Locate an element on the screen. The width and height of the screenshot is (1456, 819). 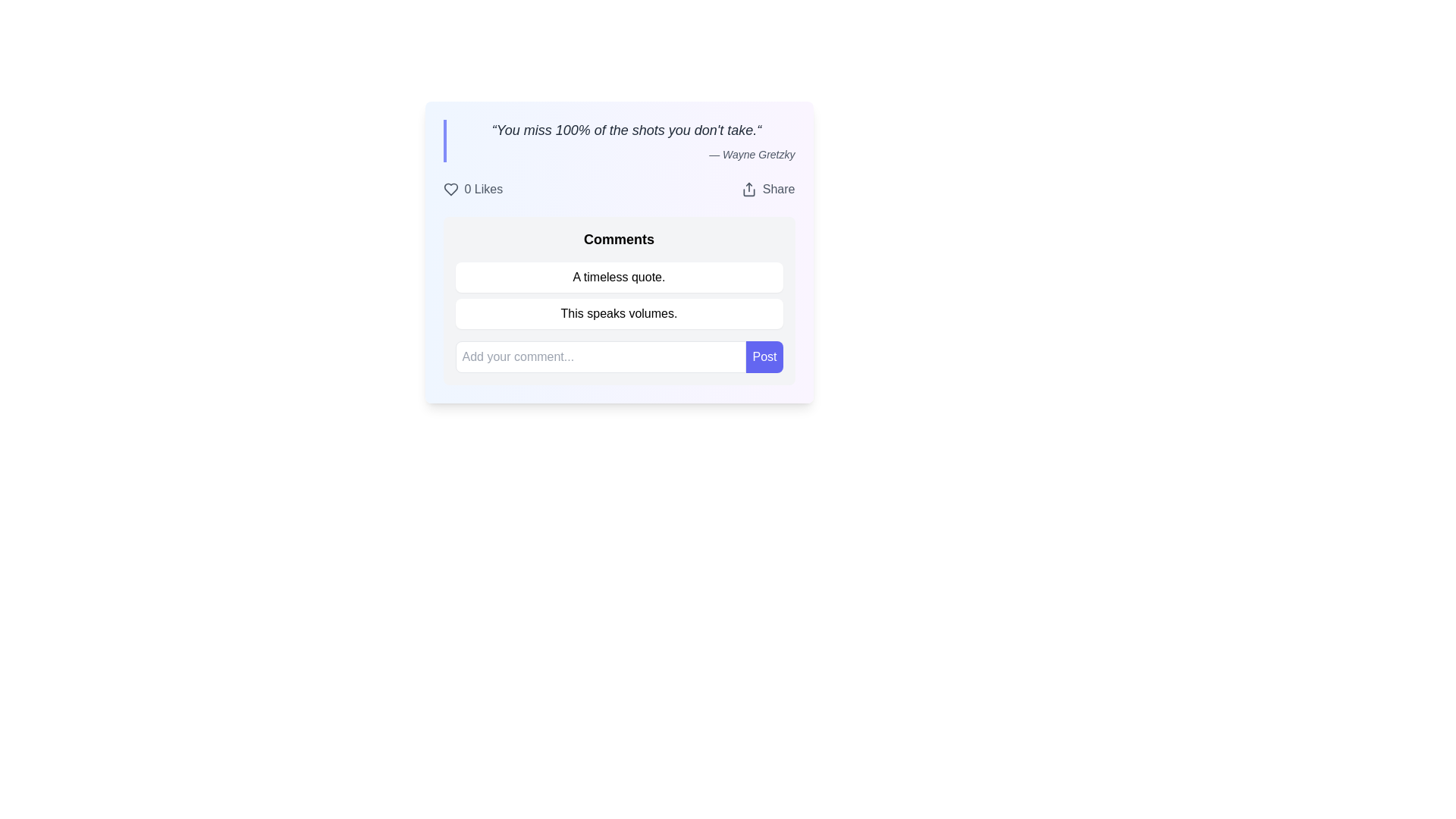
the 'Share' text label, which is styled in medium-dark gray and is located in the top-right section of the active card, following a share icon is located at coordinates (779, 189).